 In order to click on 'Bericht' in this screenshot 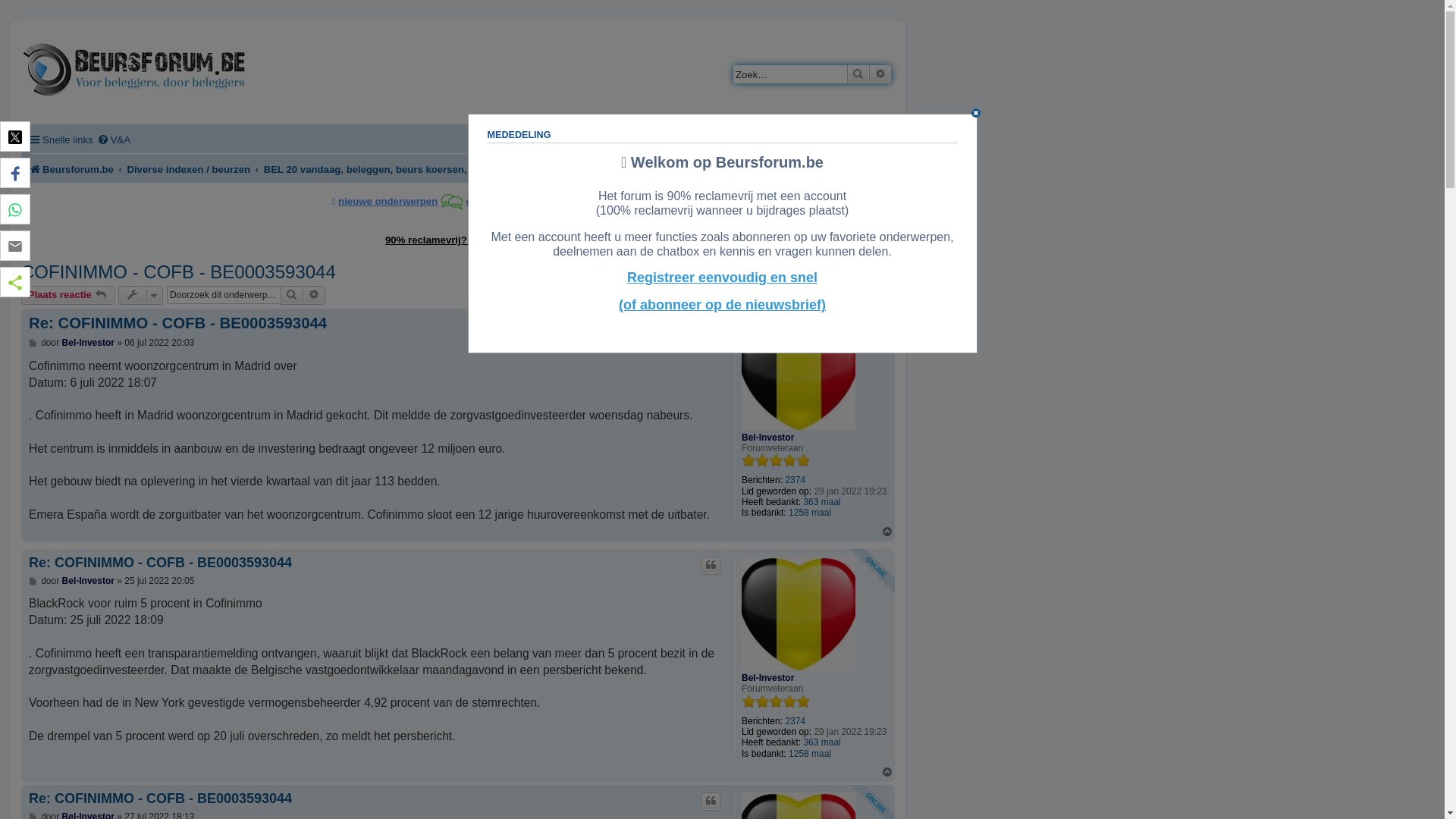, I will do `click(33, 580)`.